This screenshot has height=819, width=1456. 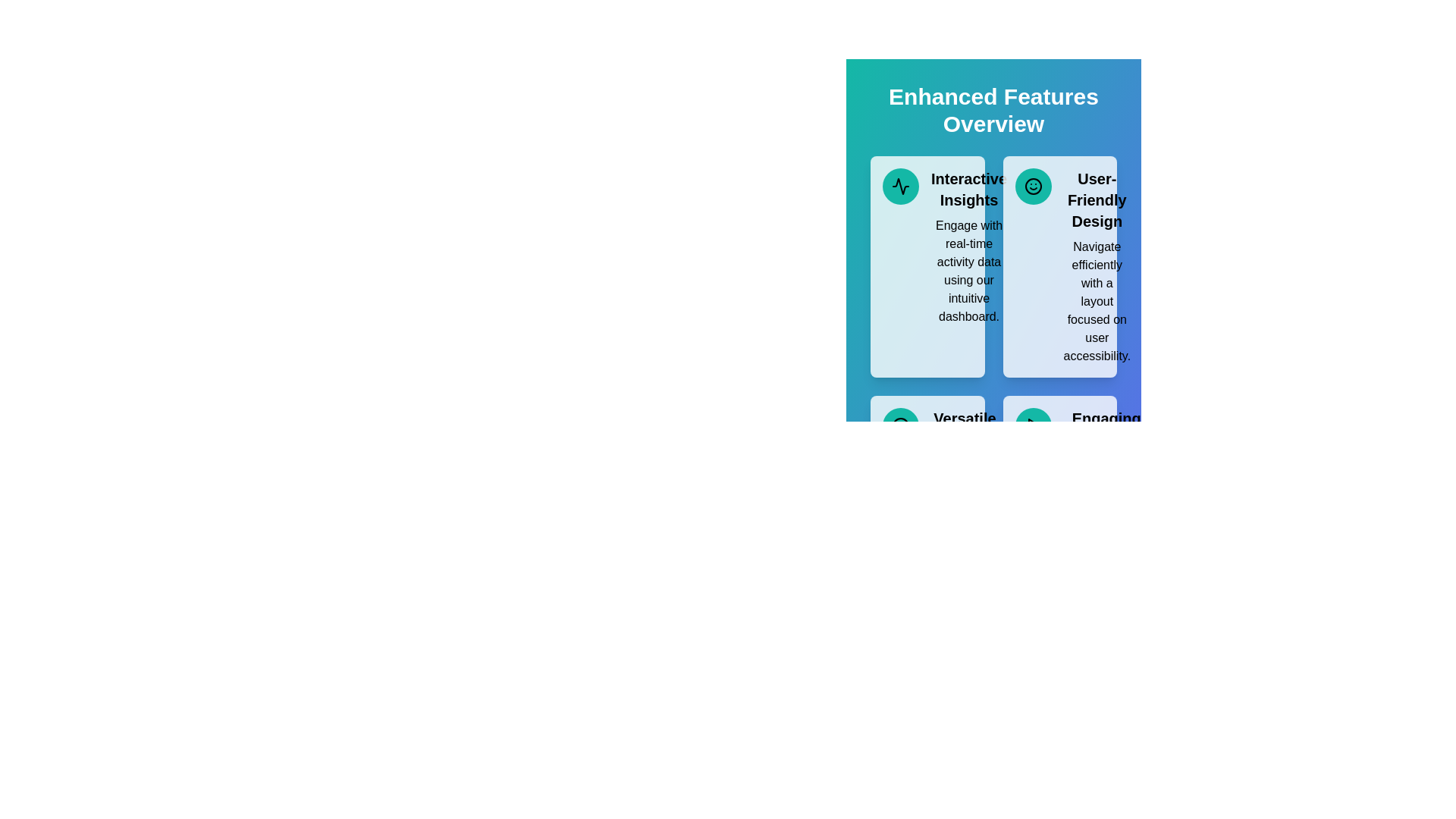 What do you see at coordinates (1097, 265) in the screenshot?
I see `the text-based informational content titled 'User-Friendly Design' which is part of the second card in the grid under 'Enhanced Features Overview'` at bounding box center [1097, 265].